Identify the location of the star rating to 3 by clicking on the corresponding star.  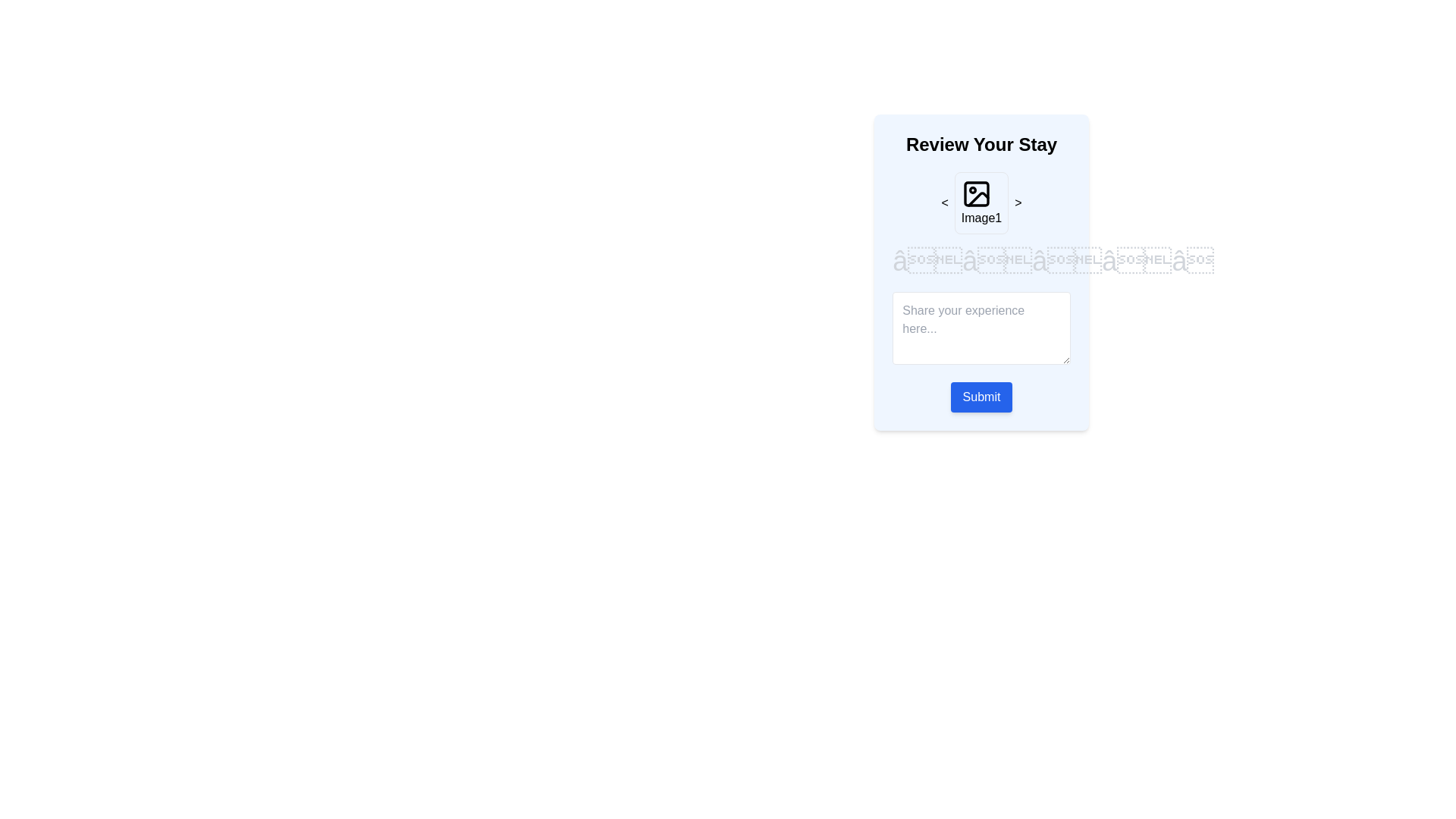
(1066, 260).